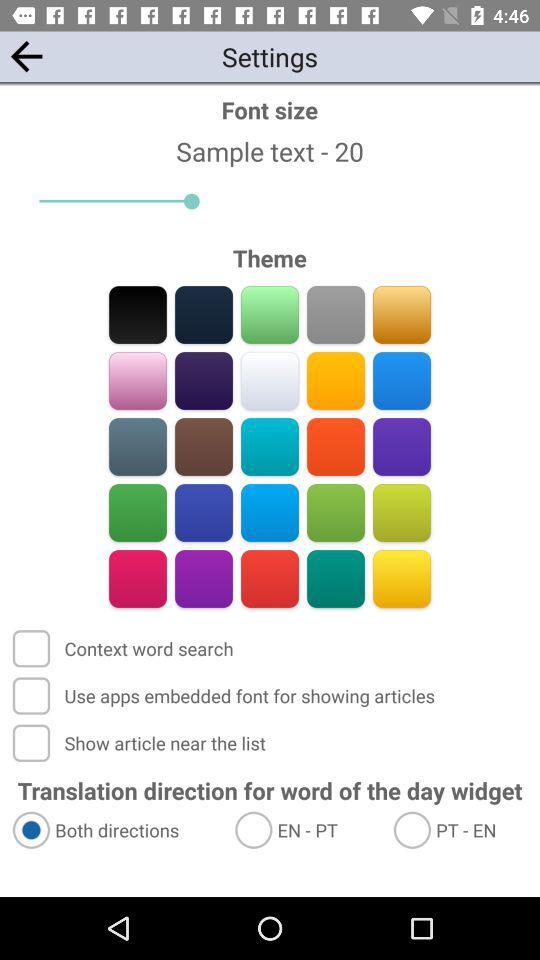  What do you see at coordinates (270, 314) in the screenshot?
I see `go bought ways` at bounding box center [270, 314].